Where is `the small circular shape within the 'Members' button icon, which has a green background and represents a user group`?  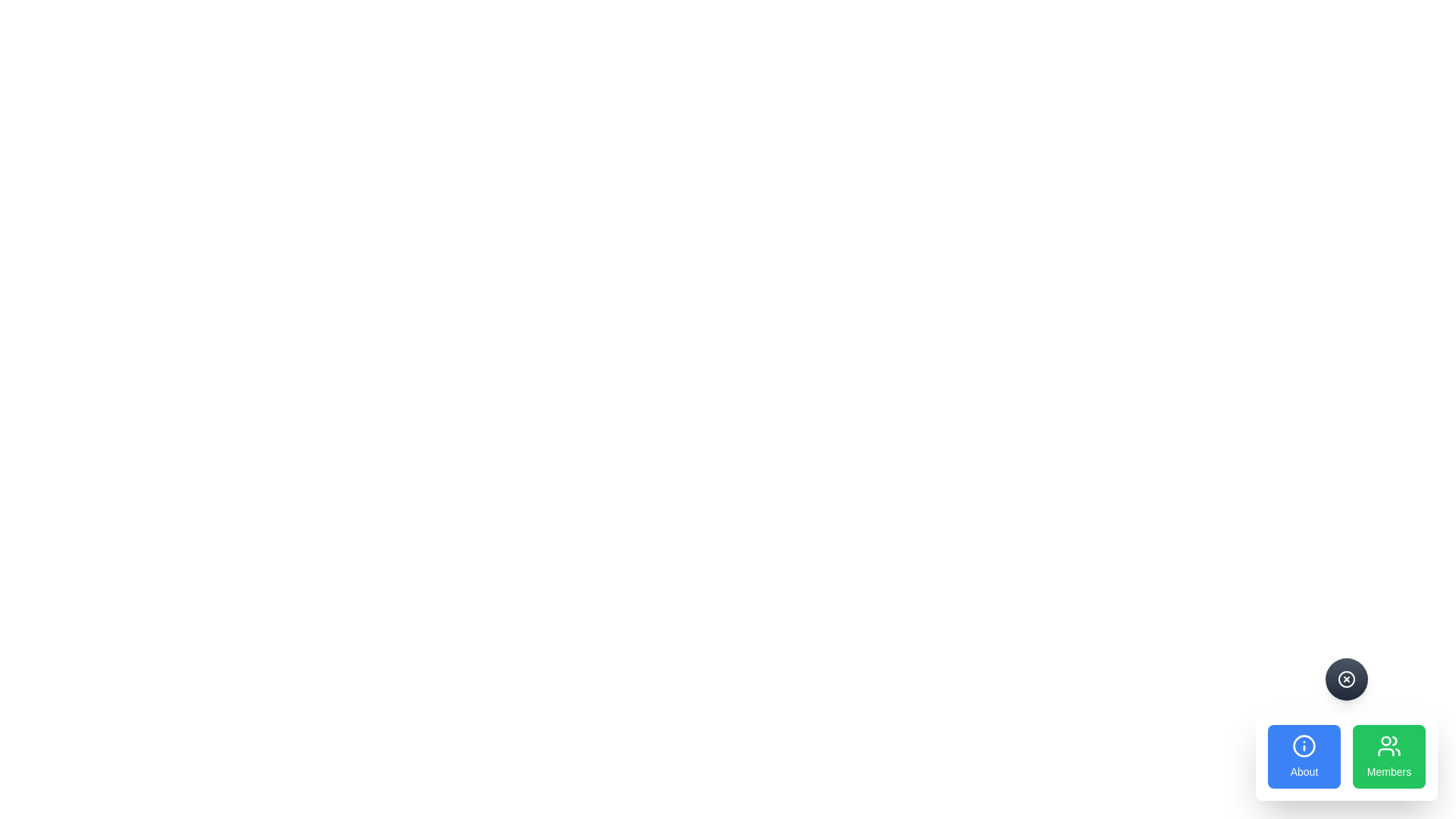 the small circular shape within the 'Members' button icon, which has a green background and represents a user group is located at coordinates (1386, 739).